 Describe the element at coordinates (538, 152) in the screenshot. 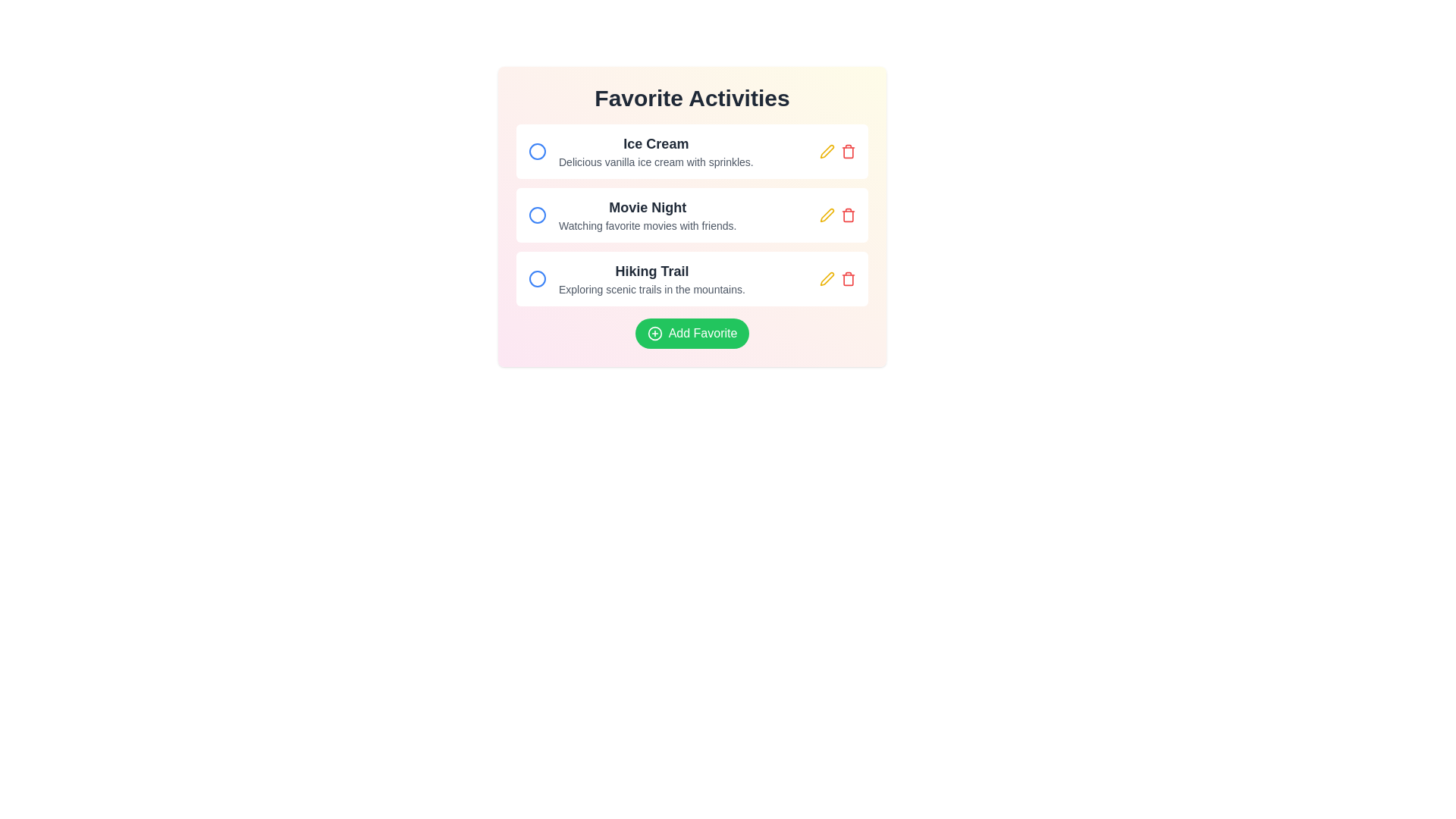

I see `the decorative icon linked to marking or selecting the 'Ice Cream' activity, located at the topmost section of the vertical list of activities` at that location.